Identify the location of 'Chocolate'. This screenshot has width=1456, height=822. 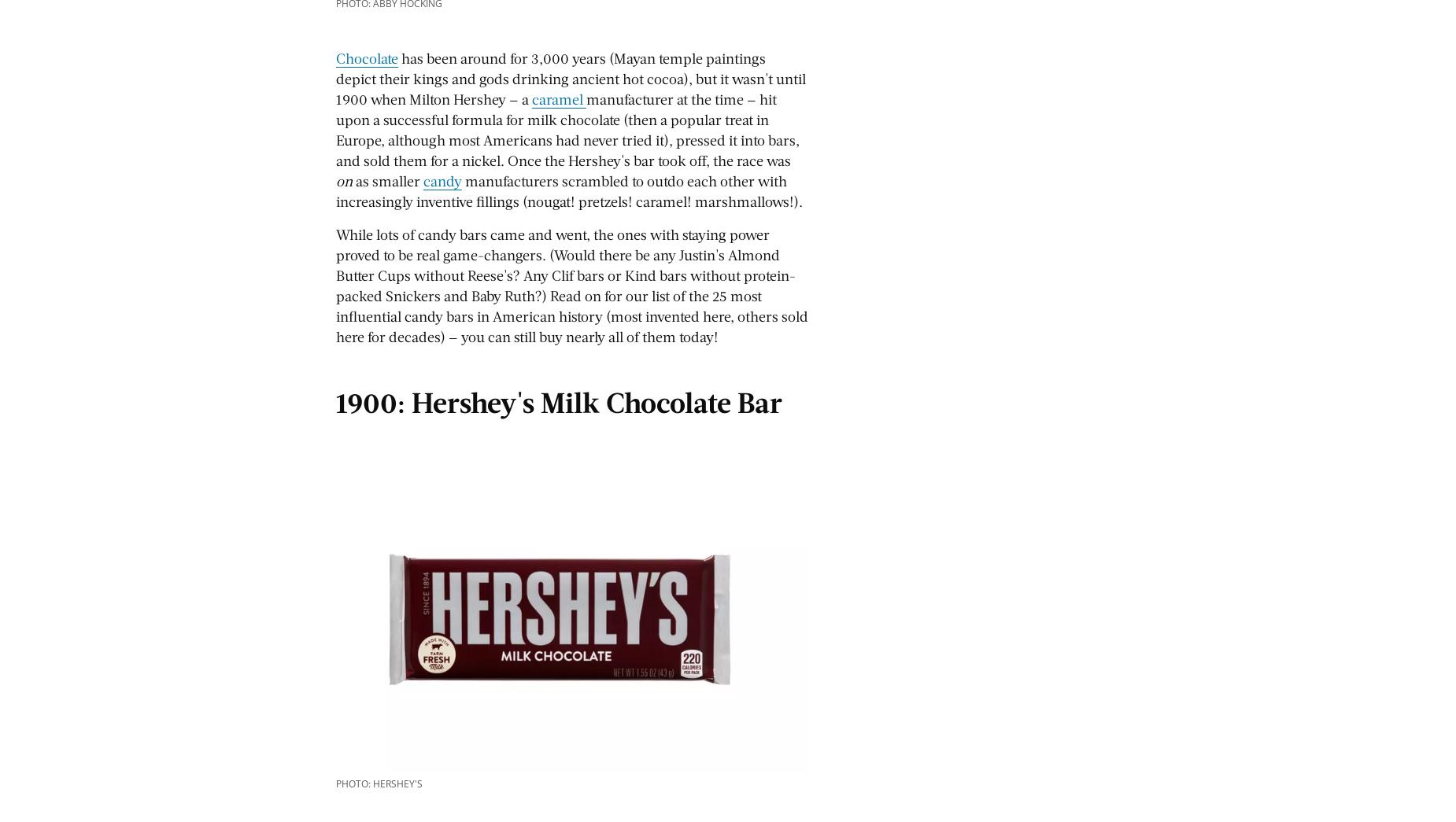
(367, 57).